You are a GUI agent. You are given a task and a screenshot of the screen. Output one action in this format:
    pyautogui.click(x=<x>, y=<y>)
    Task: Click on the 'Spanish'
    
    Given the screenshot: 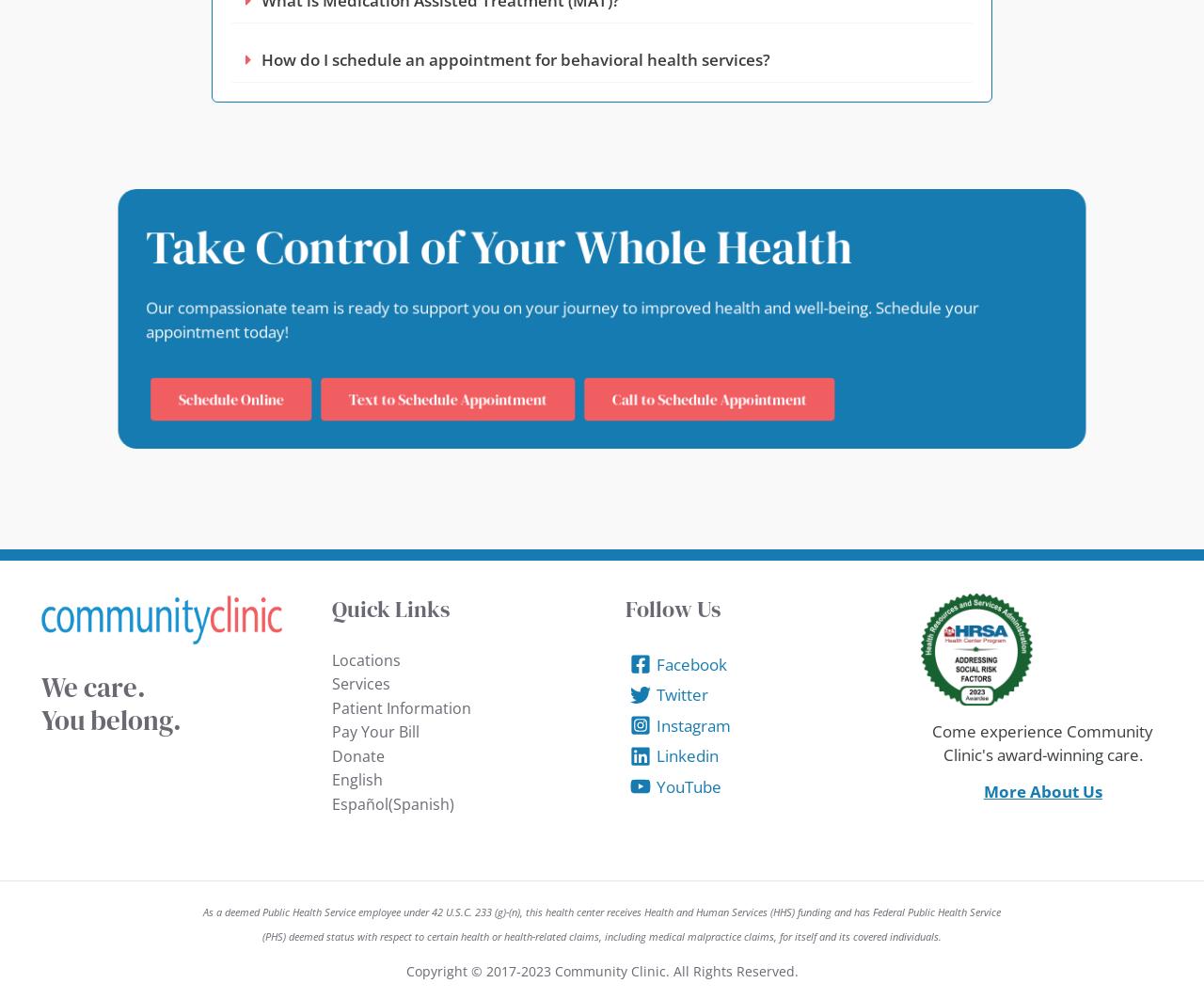 What is the action you would take?
    pyautogui.click(x=419, y=801)
    